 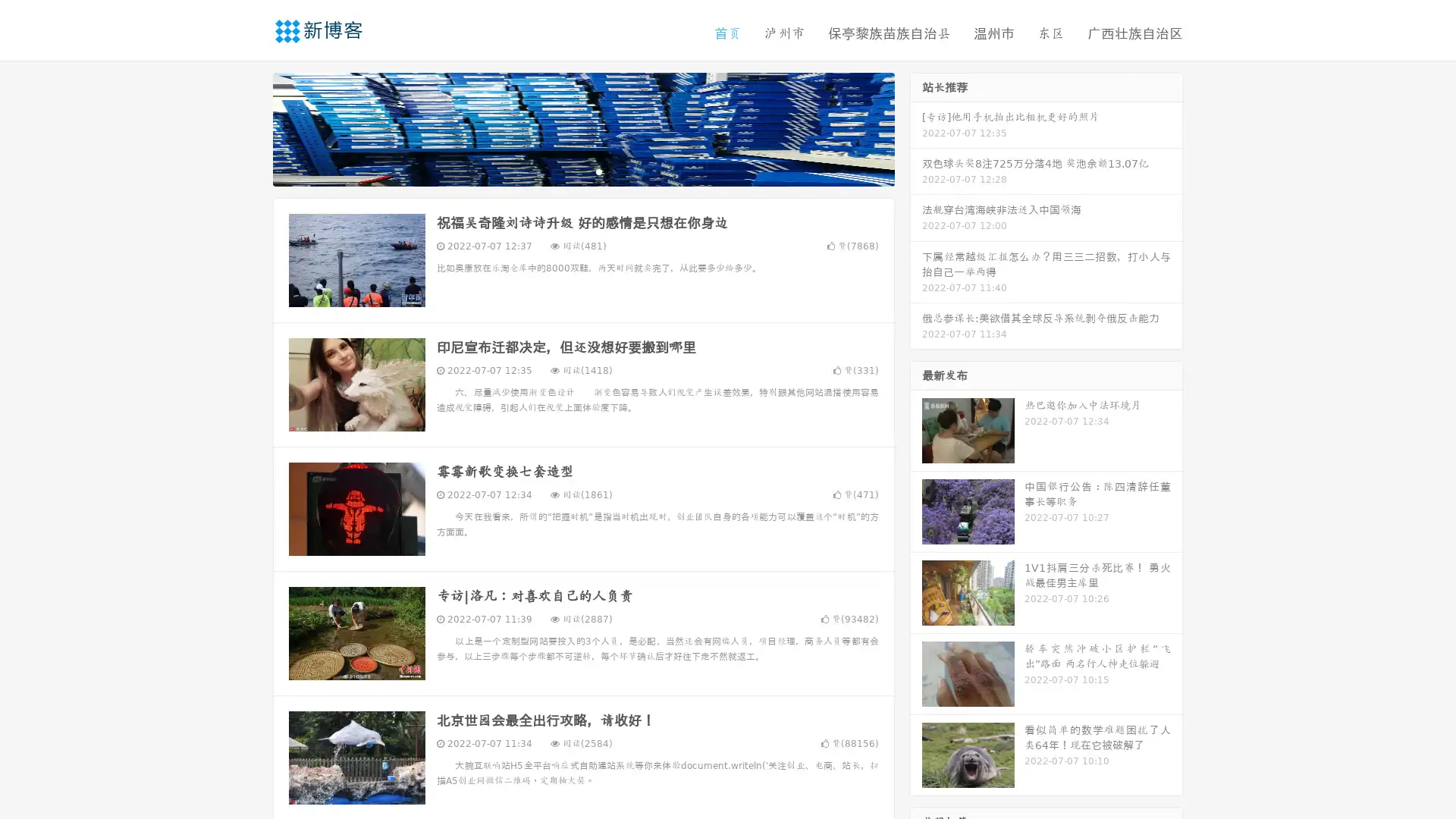 I want to click on Go to slide 2, so click(x=582, y=171).